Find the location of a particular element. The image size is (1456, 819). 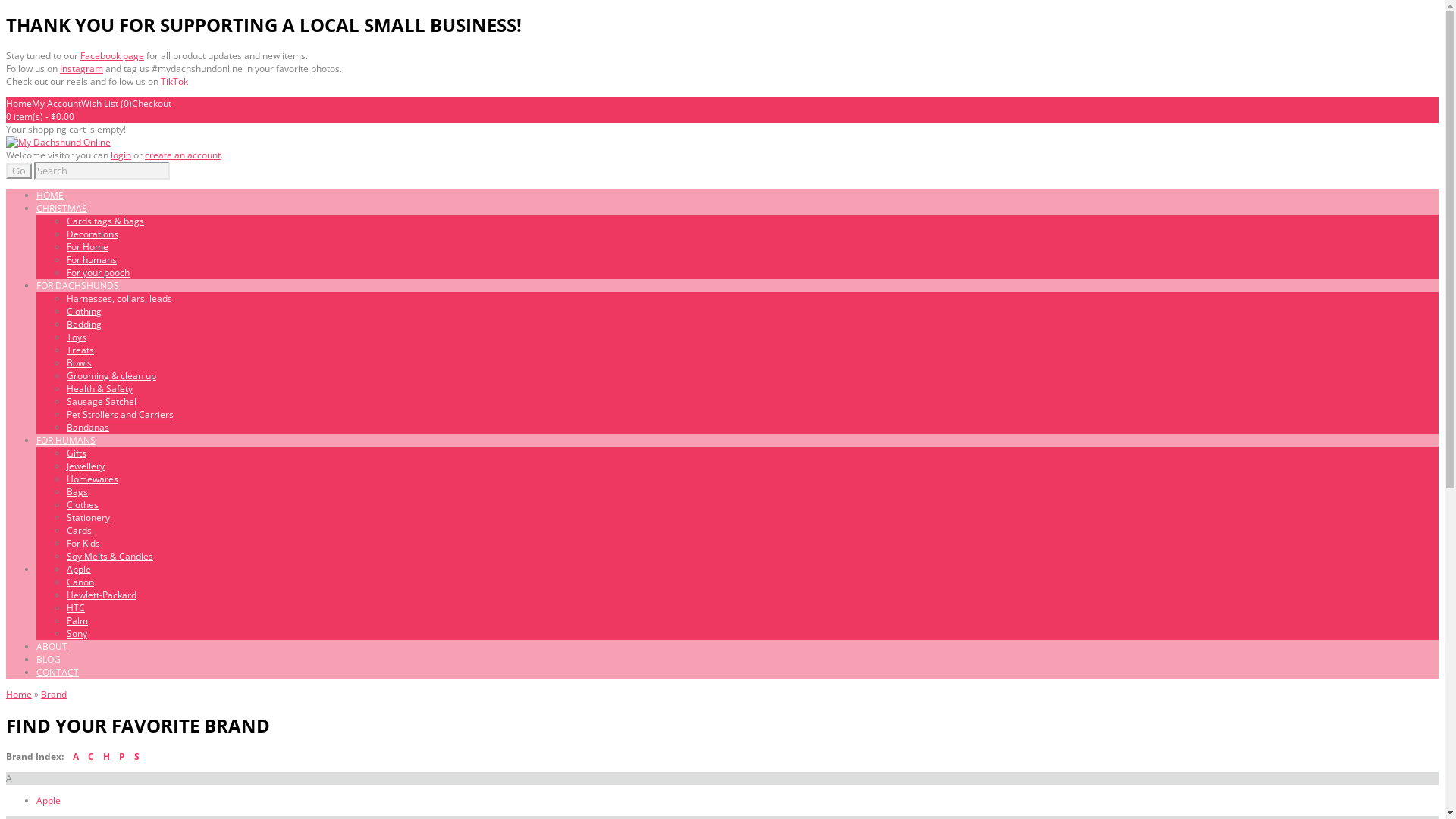

'Cards' is located at coordinates (78, 529).